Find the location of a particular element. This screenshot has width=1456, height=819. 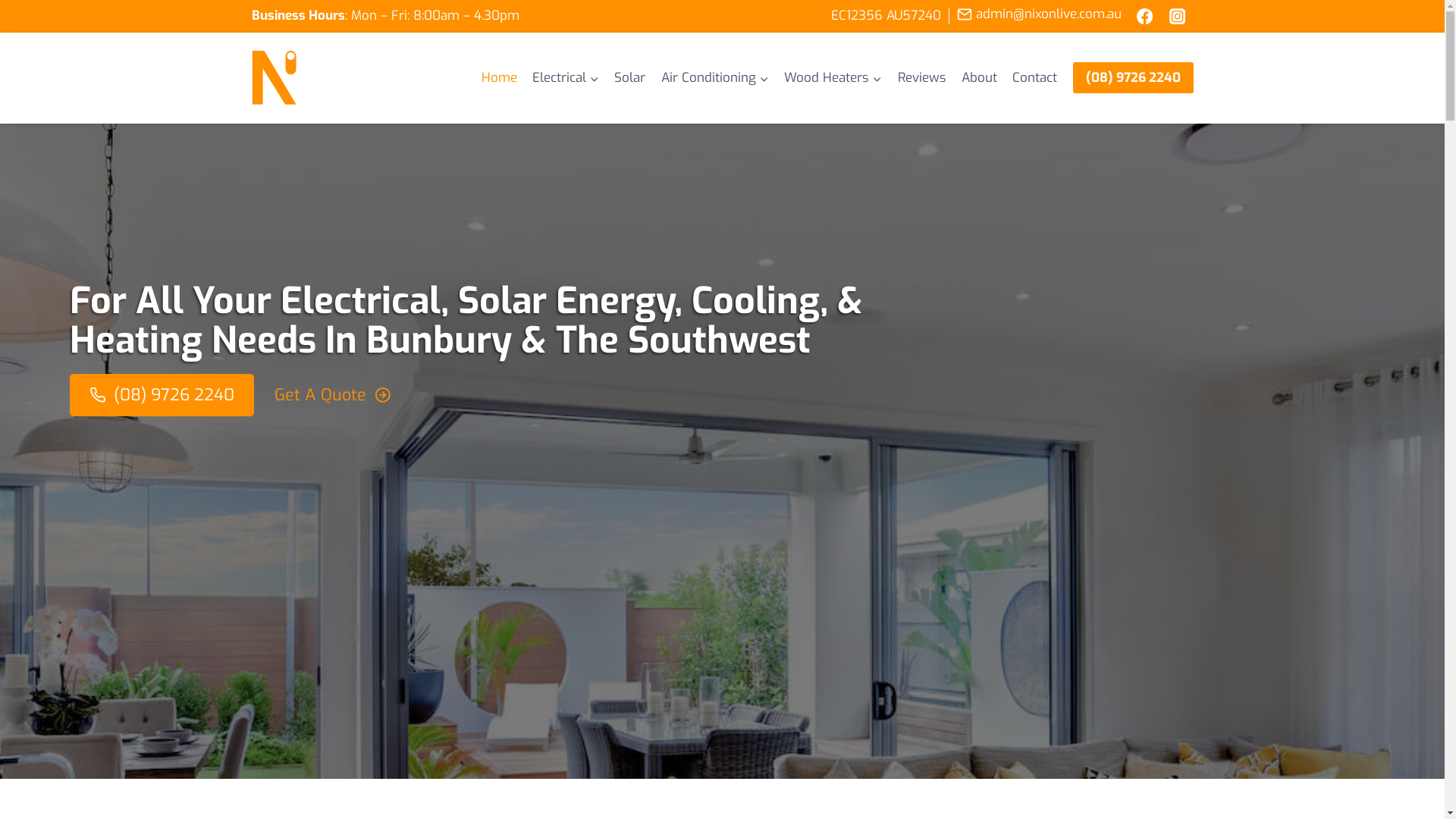

'Wood Heaters' is located at coordinates (832, 77).